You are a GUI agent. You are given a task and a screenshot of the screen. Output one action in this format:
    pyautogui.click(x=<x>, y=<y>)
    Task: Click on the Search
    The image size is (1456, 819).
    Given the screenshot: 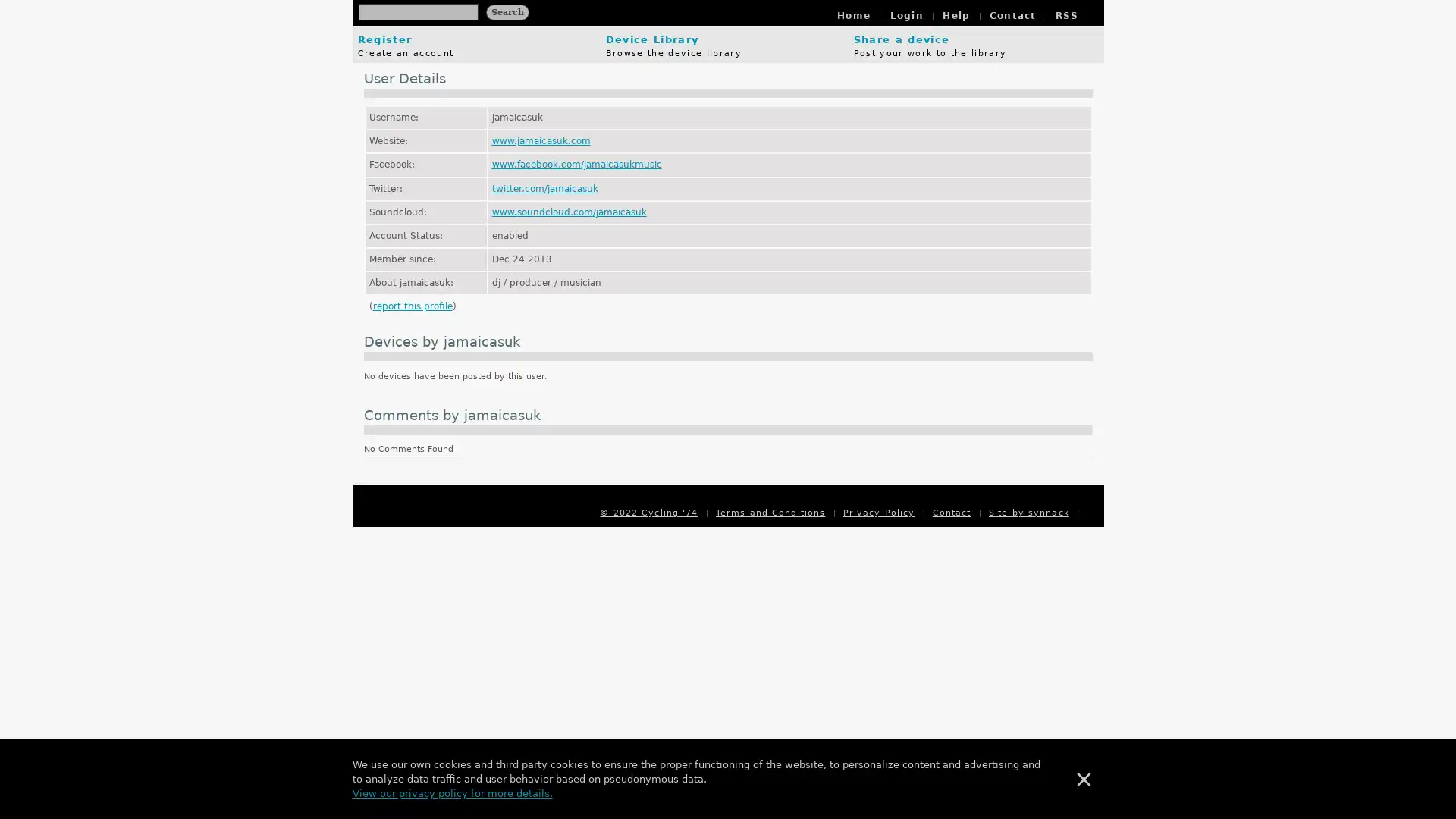 What is the action you would take?
    pyautogui.click(x=507, y=11)
    